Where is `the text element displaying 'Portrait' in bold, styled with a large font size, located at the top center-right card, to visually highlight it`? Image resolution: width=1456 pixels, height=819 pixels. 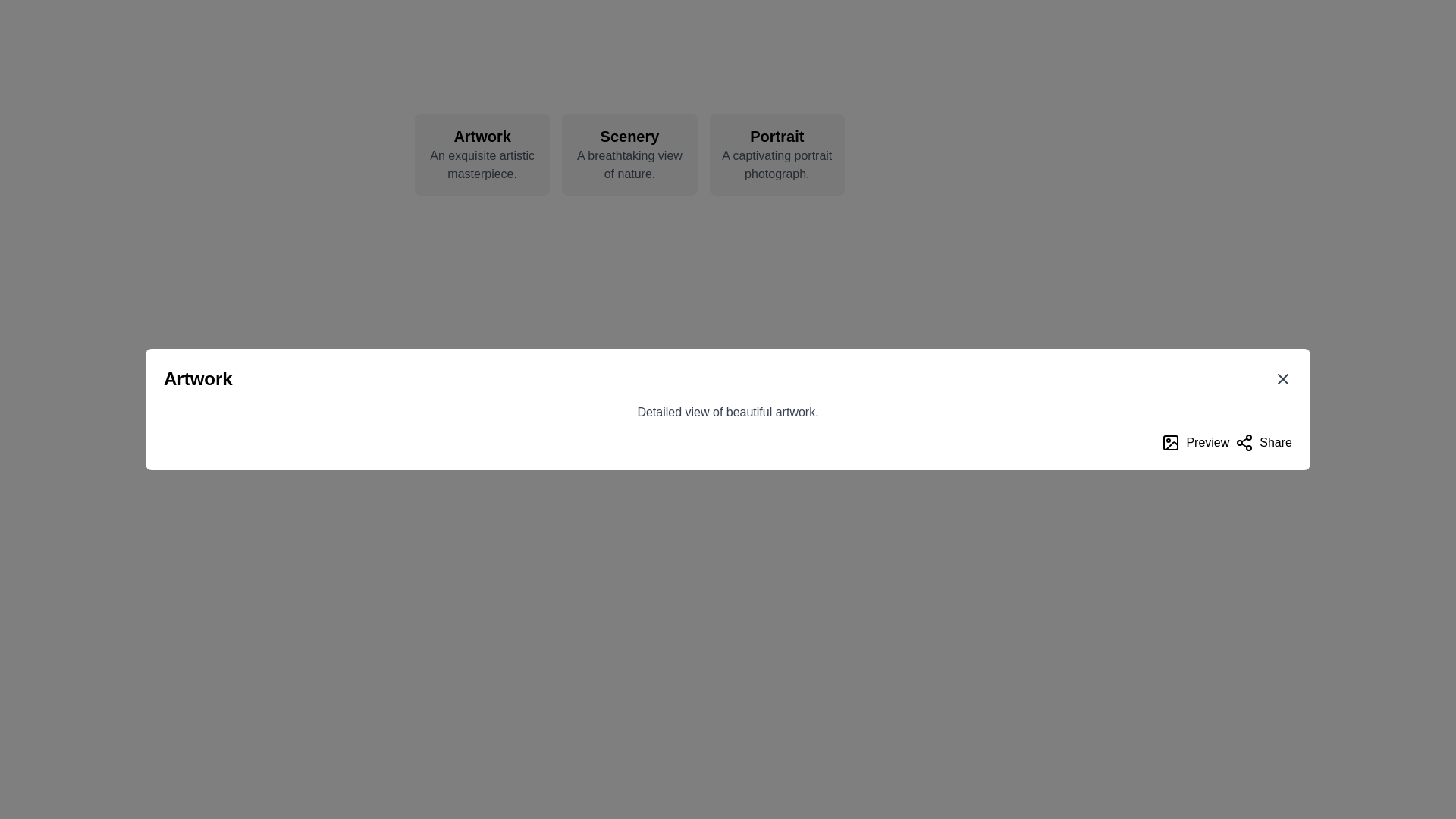 the text element displaying 'Portrait' in bold, styled with a large font size, located at the top center-right card, to visually highlight it is located at coordinates (777, 136).